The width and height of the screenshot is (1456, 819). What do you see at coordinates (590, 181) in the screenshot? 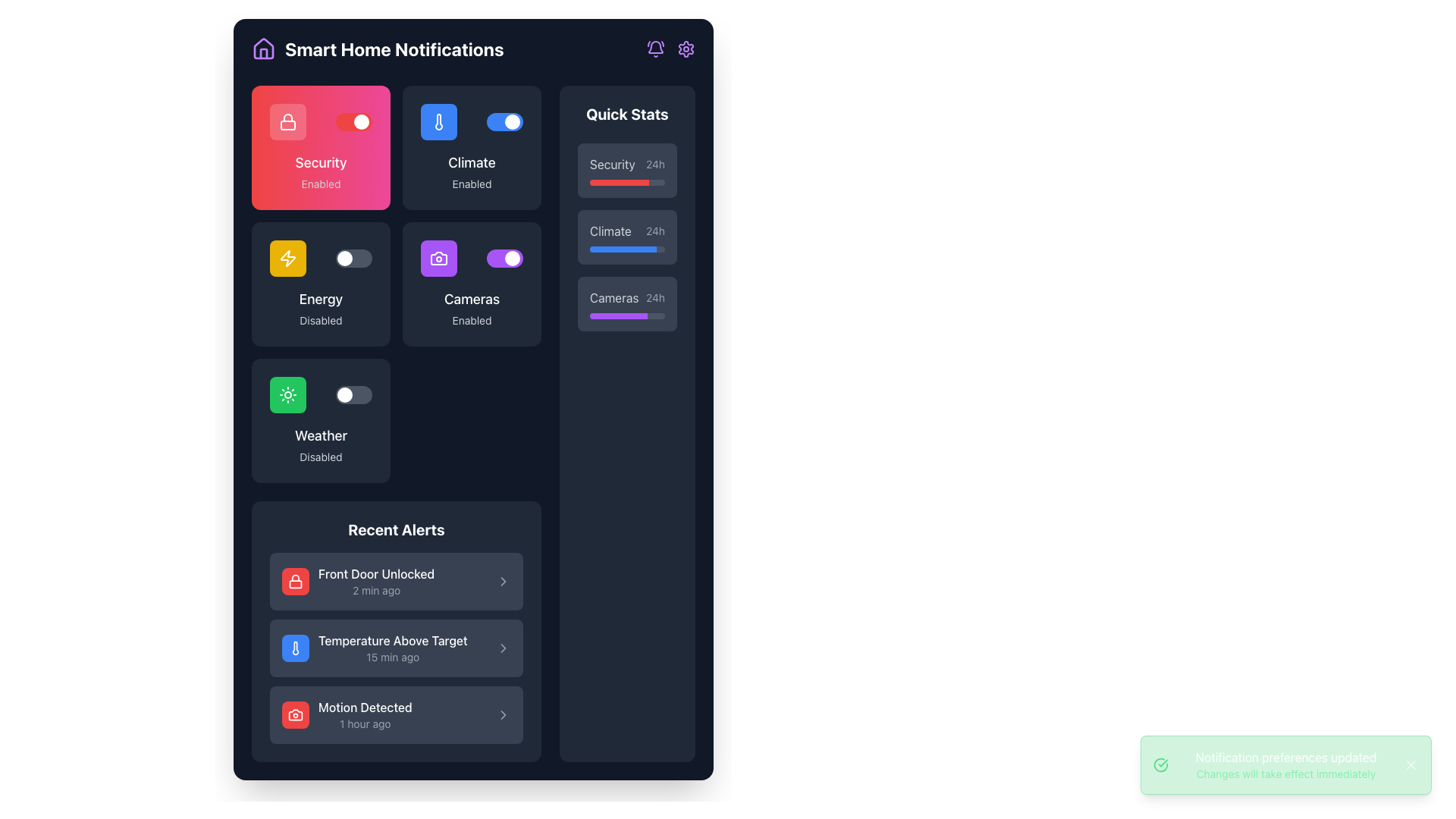
I see `security activity level` at bounding box center [590, 181].